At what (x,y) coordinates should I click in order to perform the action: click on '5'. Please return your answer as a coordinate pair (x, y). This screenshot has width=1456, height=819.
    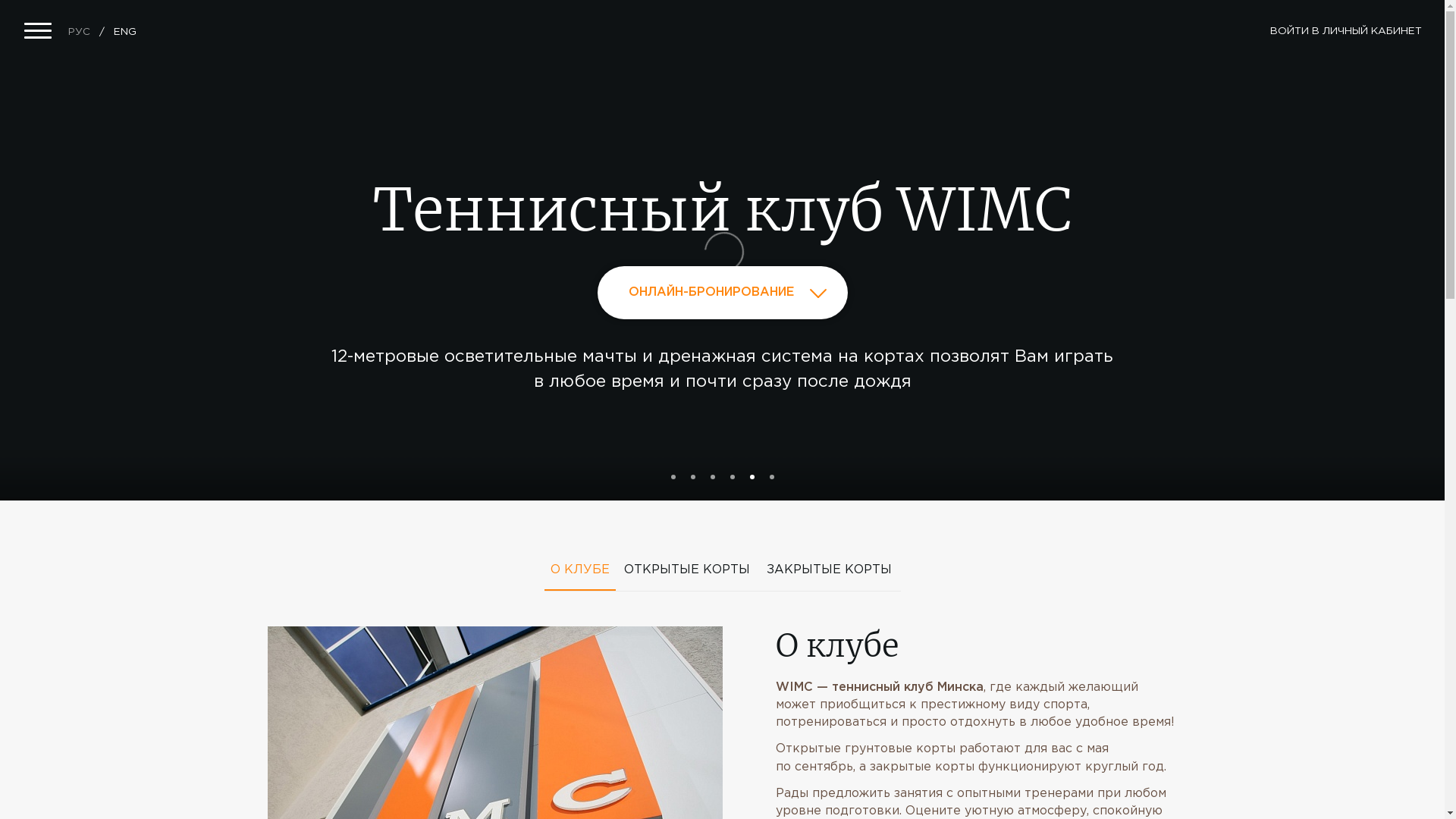
    Looking at the image, I should click on (749, 475).